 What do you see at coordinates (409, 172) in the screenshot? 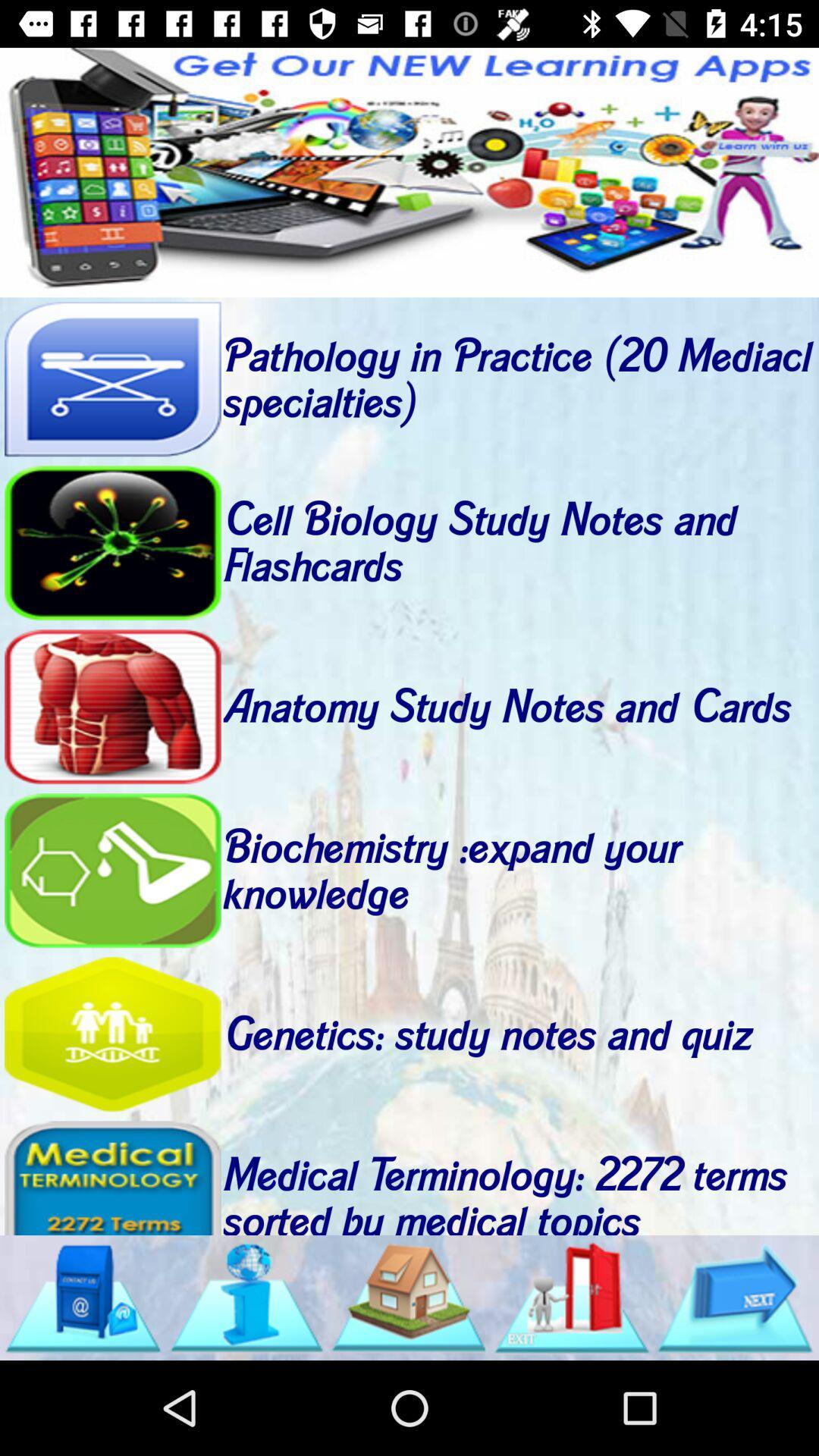
I see `our learning apps` at bounding box center [409, 172].